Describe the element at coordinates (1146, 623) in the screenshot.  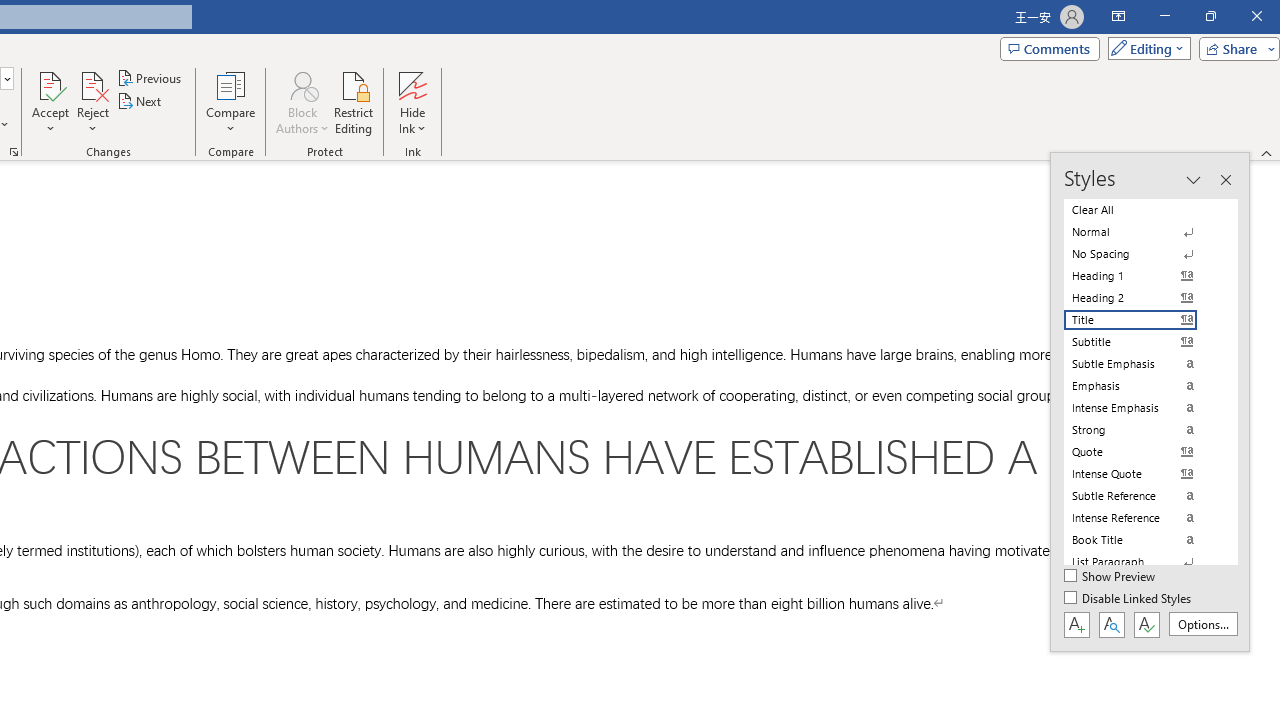
I see `'Class: NetUIButton'` at that location.